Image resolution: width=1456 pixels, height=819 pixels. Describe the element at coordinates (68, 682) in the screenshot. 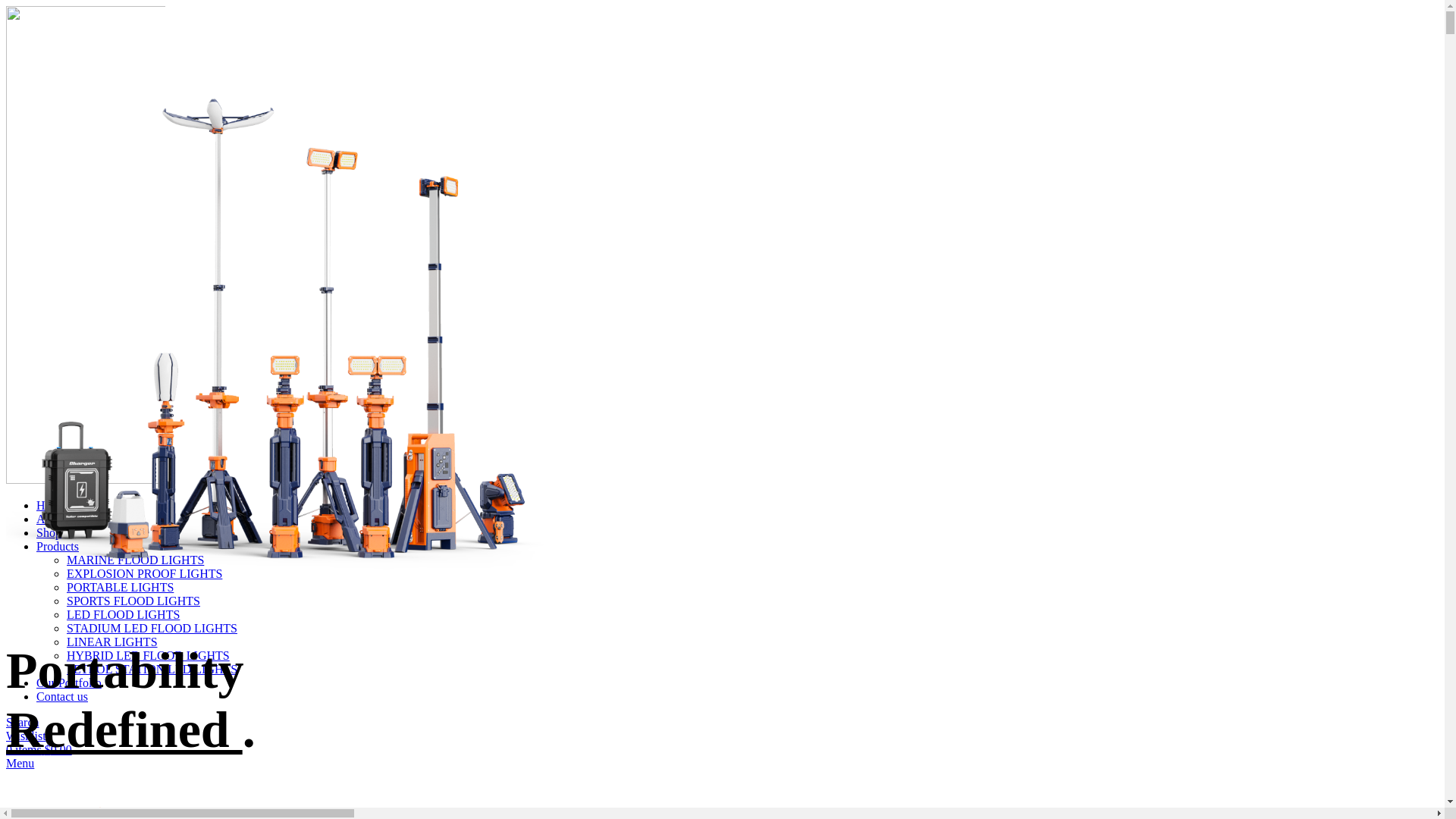

I see `'Our Portfolio'` at that location.